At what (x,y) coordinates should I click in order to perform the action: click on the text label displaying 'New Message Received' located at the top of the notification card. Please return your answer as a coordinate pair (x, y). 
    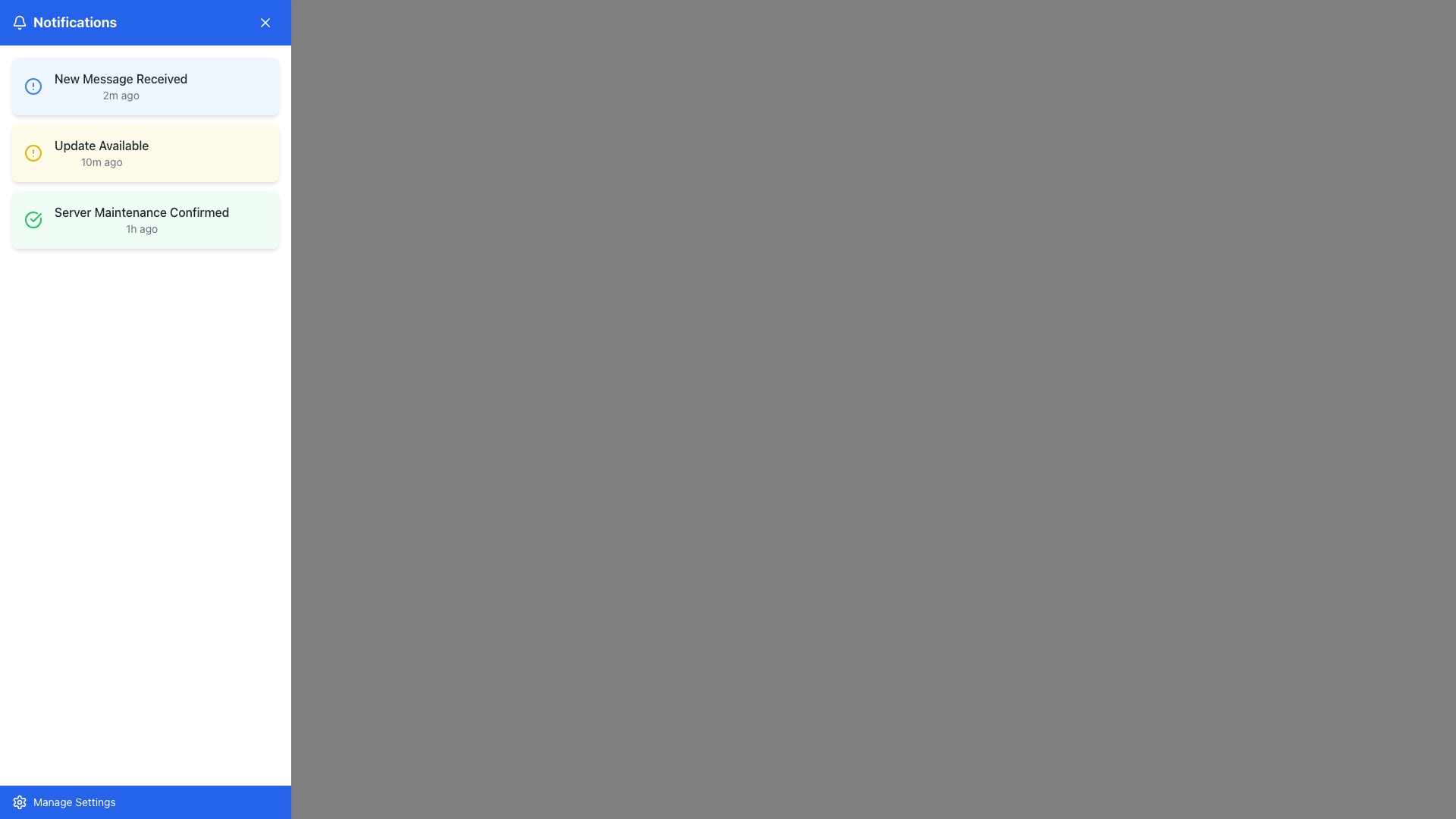
    Looking at the image, I should click on (120, 79).